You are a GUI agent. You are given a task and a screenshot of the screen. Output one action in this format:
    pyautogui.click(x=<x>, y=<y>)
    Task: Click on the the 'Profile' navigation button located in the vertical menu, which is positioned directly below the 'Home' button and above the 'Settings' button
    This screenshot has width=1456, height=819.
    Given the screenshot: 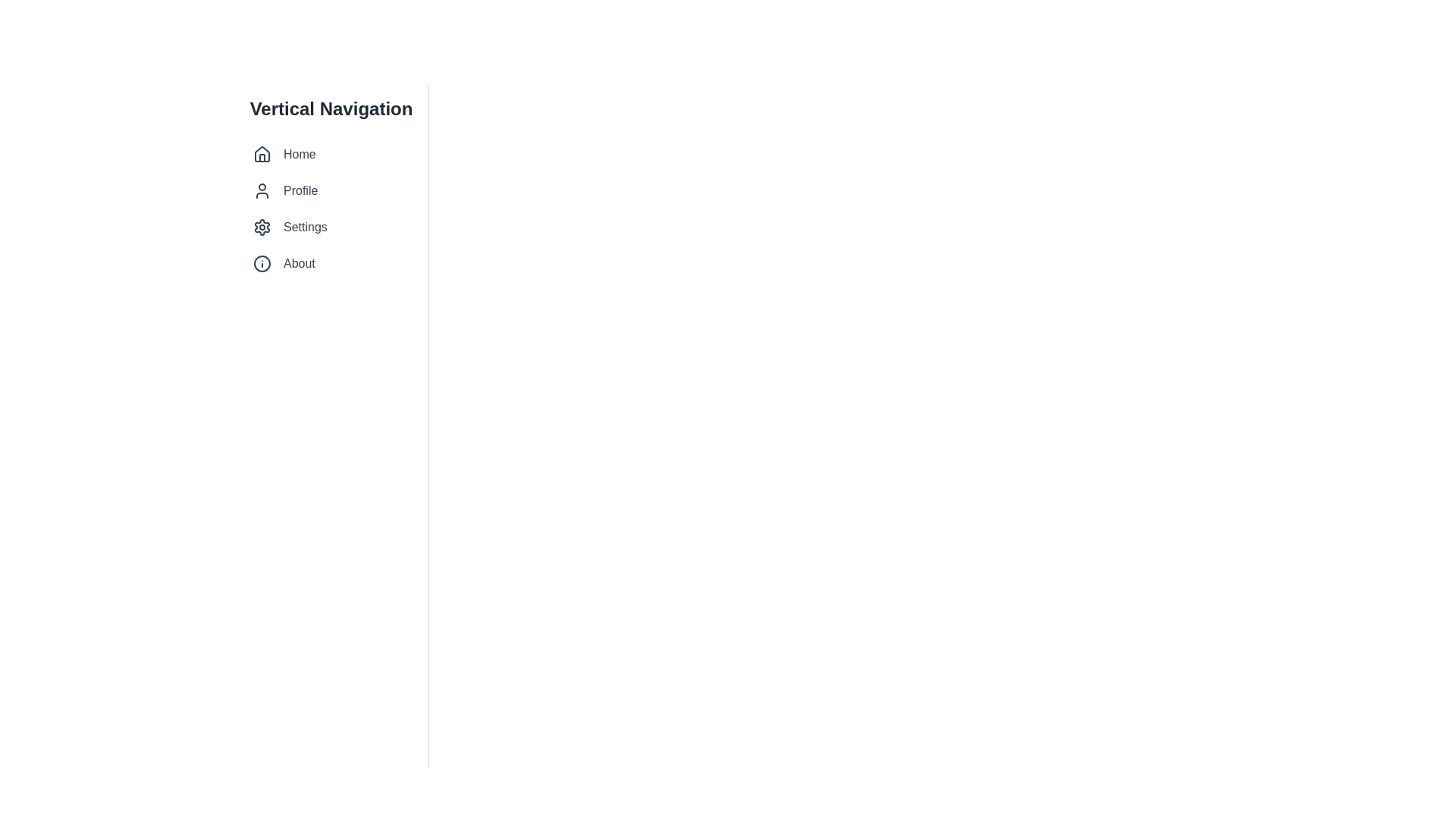 What is the action you would take?
    pyautogui.click(x=330, y=190)
    